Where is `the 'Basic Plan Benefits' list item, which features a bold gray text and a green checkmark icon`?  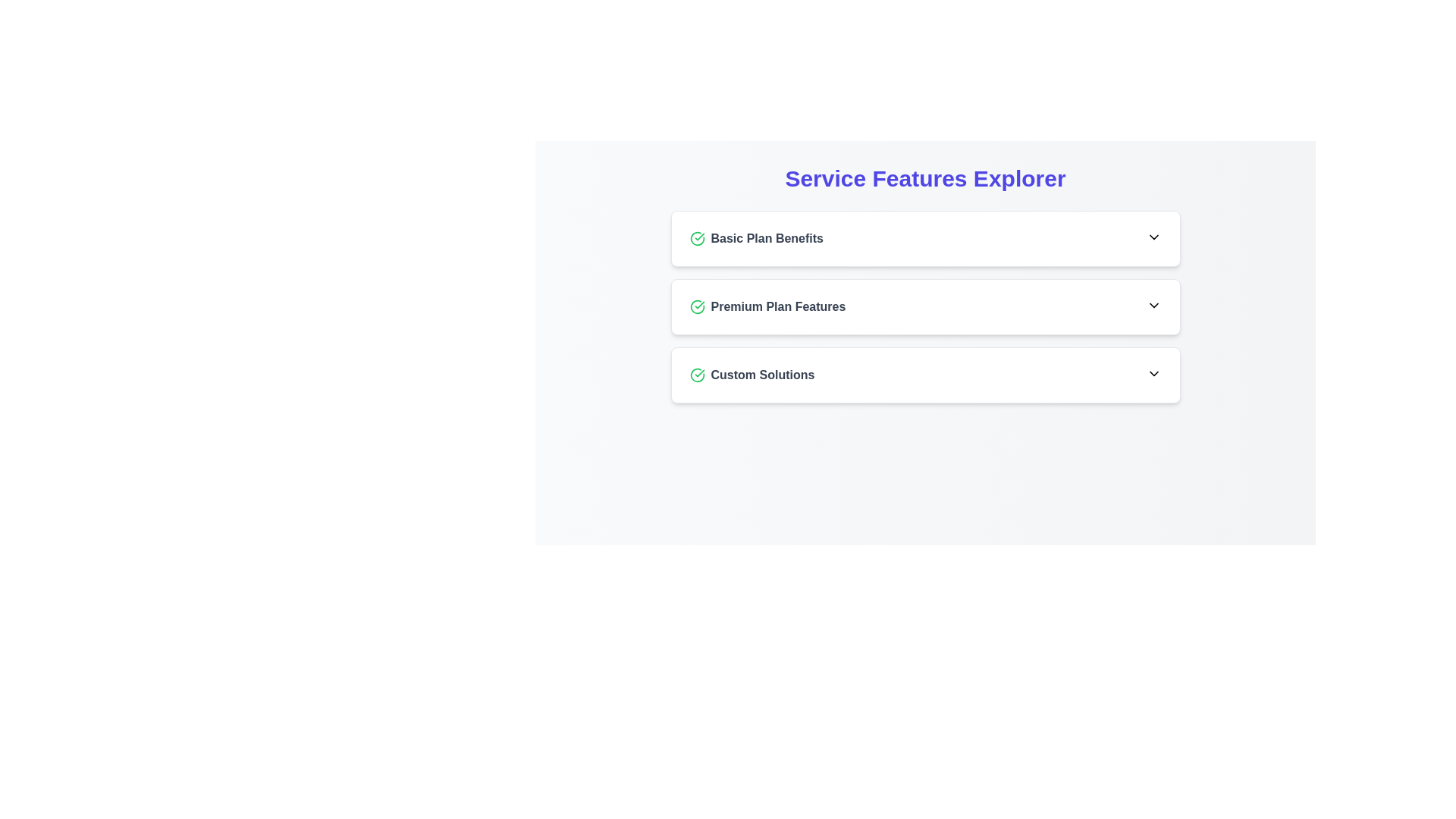
the 'Basic Plan Benefits' list item, which features a bold gray text and a green checkmark icon is located at coordinates (756, 239).